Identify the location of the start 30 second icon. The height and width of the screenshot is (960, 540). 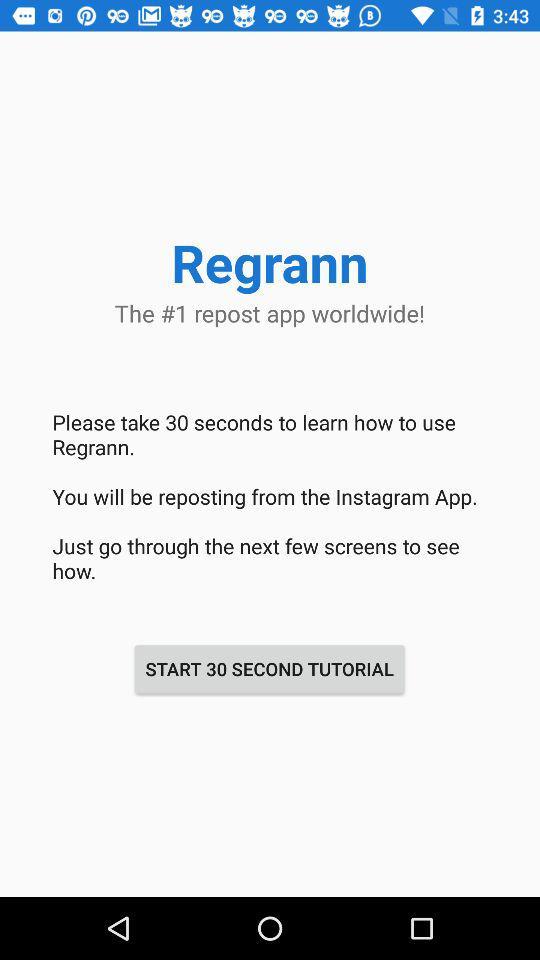
(269, 669).